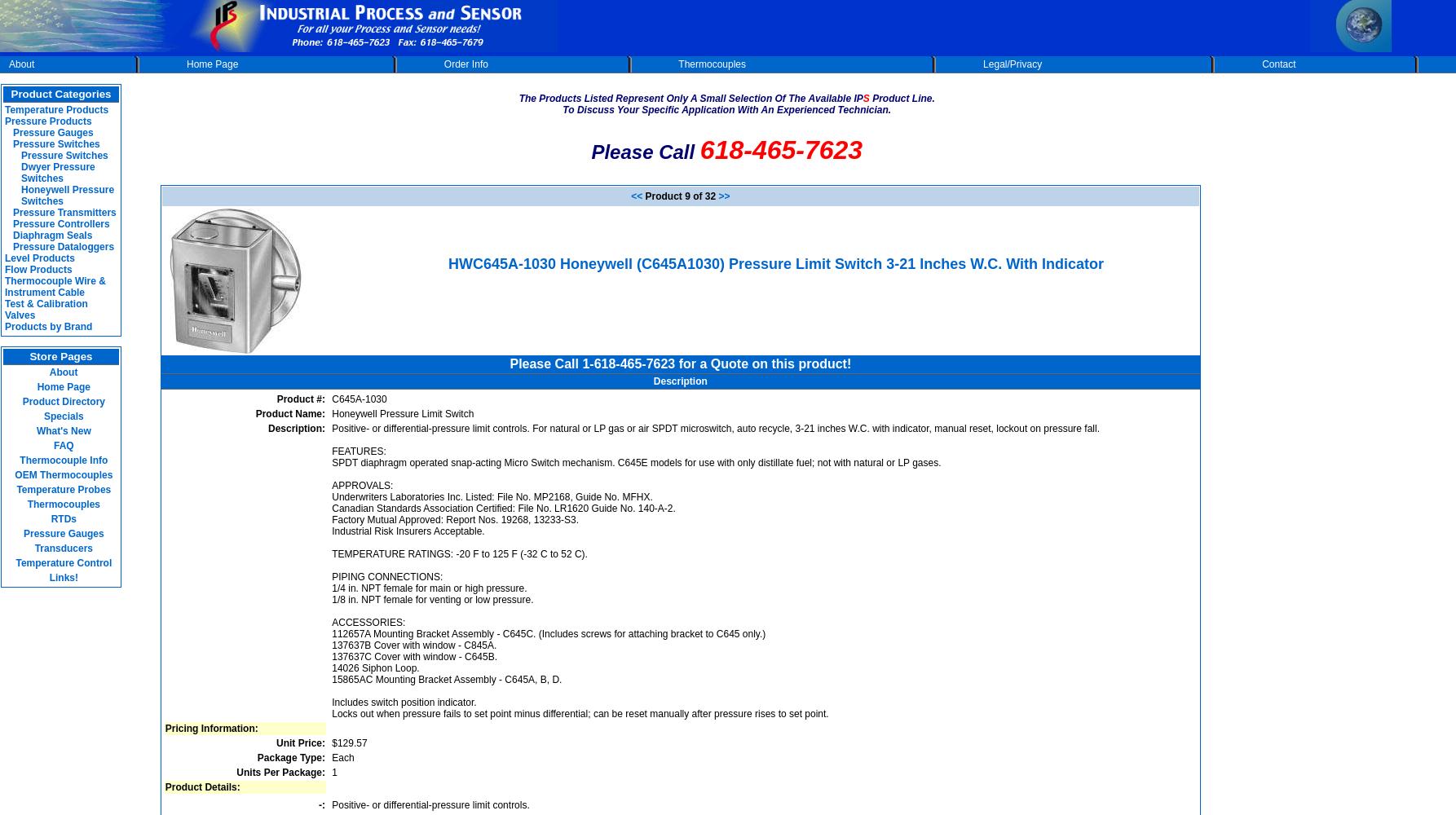 Image resolution: width=1456 pixels, height=815 pixels. Describe the element at coordinates (359, 451) in the screenshot. I see `'FEATURES:'` at that location.